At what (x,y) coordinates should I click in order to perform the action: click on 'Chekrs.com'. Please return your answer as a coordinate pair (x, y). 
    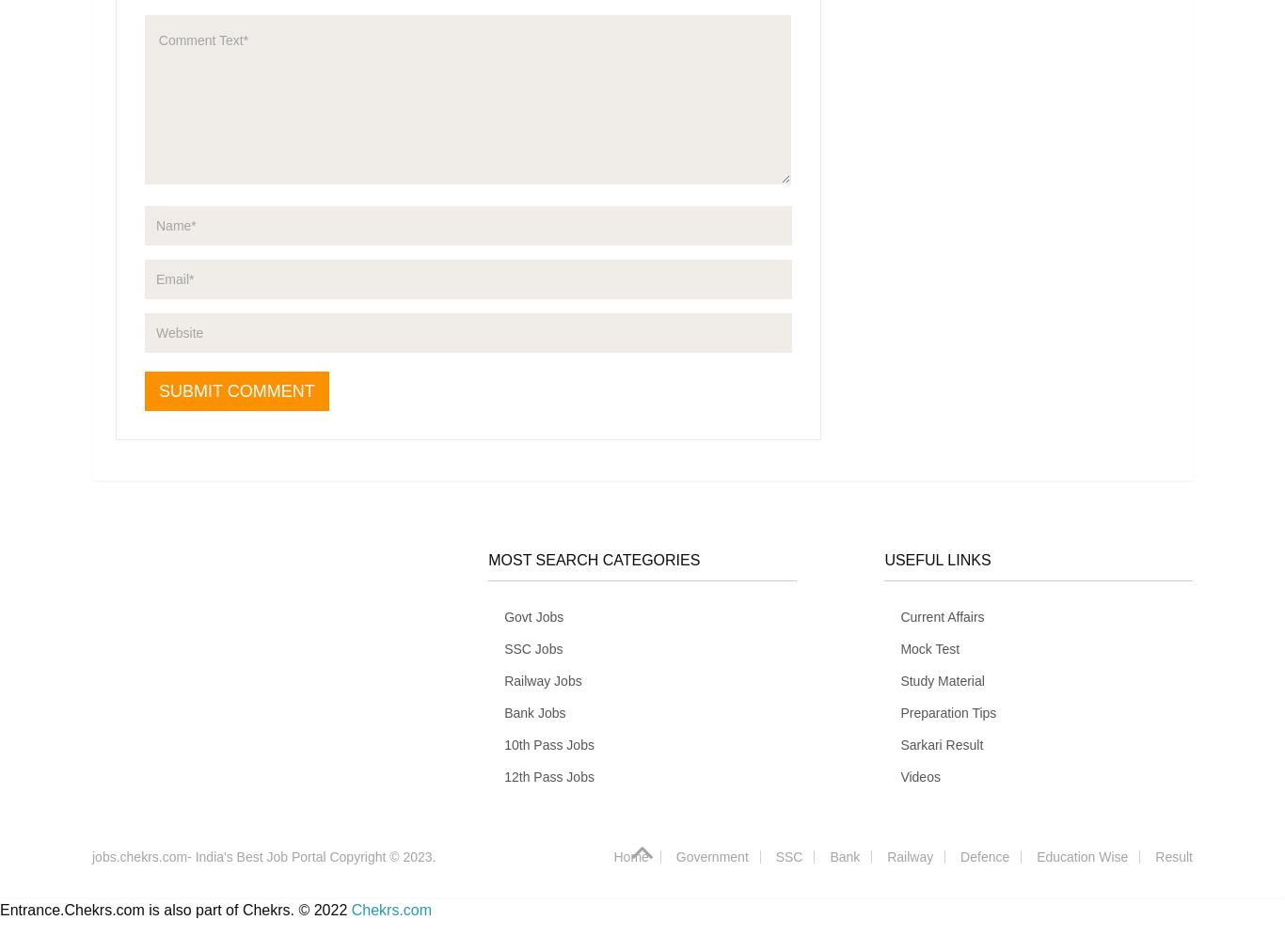
    Looking at the image, I should click on (389, 909).